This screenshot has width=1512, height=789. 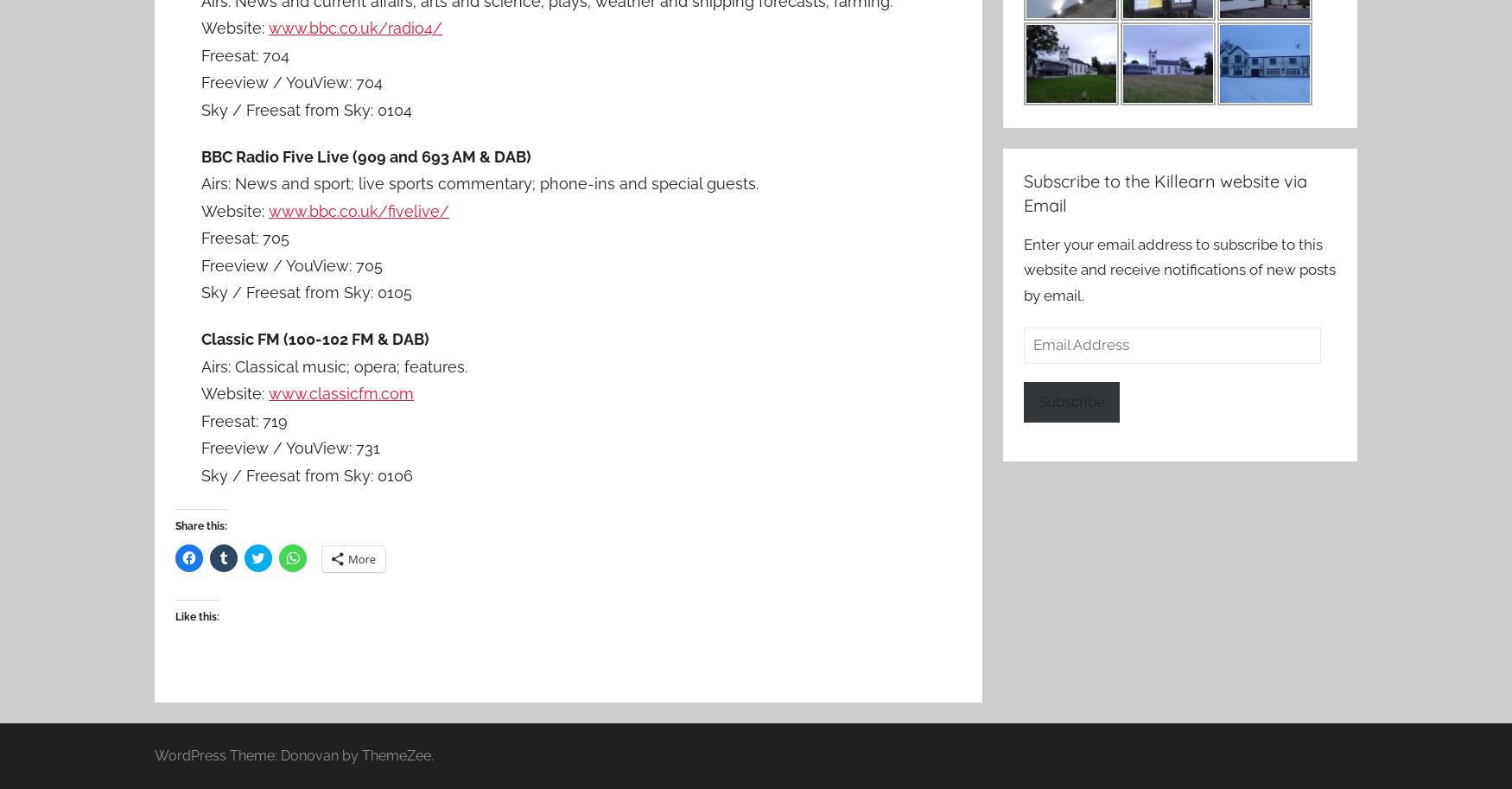 I want to click on 'Sky / Freesat from Sky: 0104', so click(x=307, y=108).